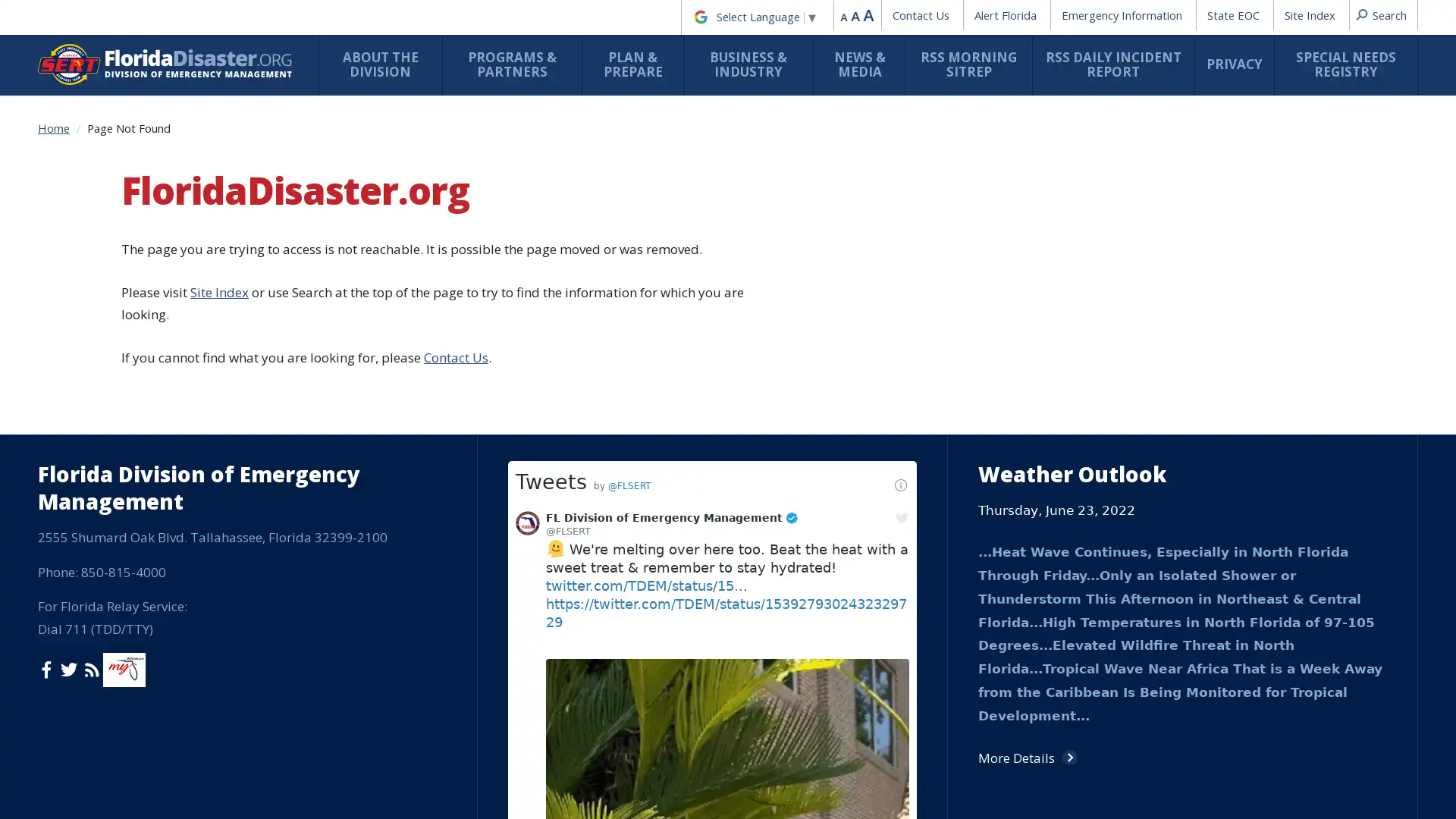 Image resolution: width=1456 pixels, height=819 pixels. I want to click on Toggle More, so click(607, 520).